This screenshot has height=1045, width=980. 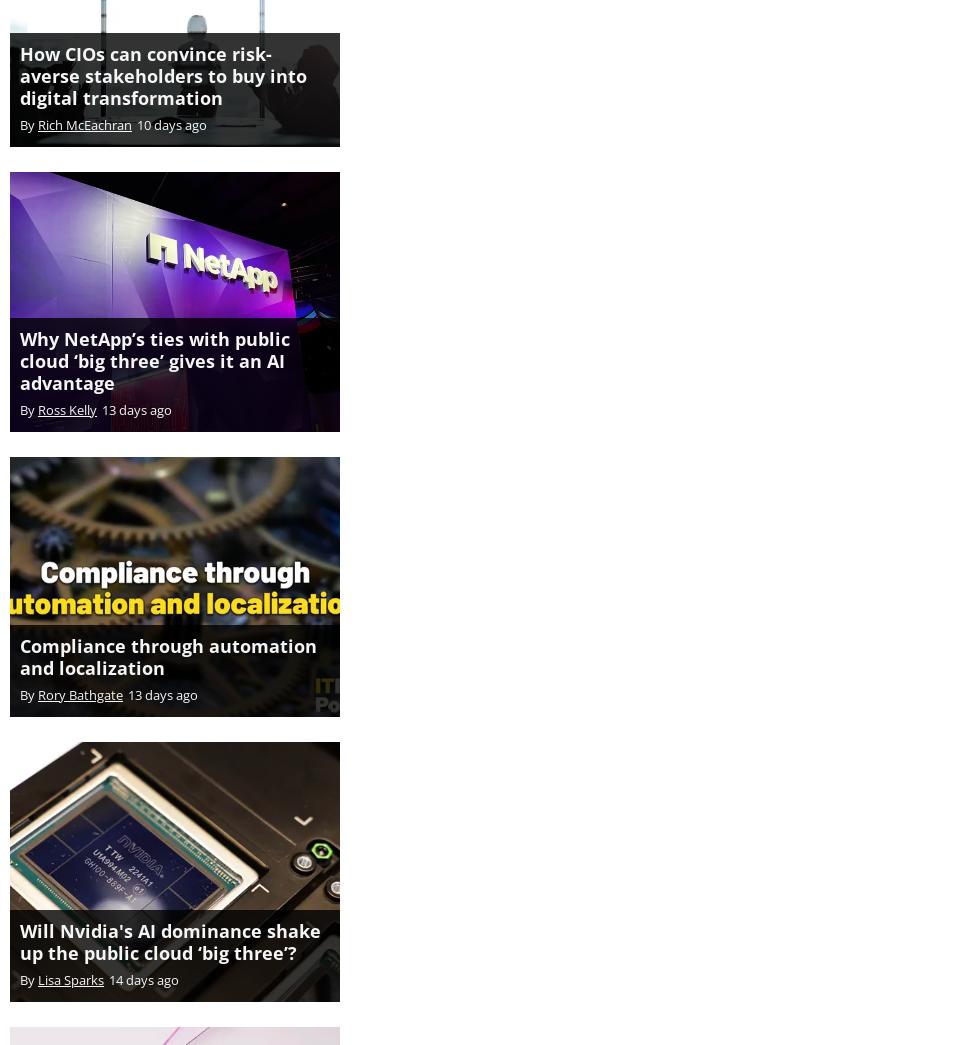 I want to click on 'How CIOs can convince risk-averse stakeholders to buy into digital transformation', so click(x=163, y=53).